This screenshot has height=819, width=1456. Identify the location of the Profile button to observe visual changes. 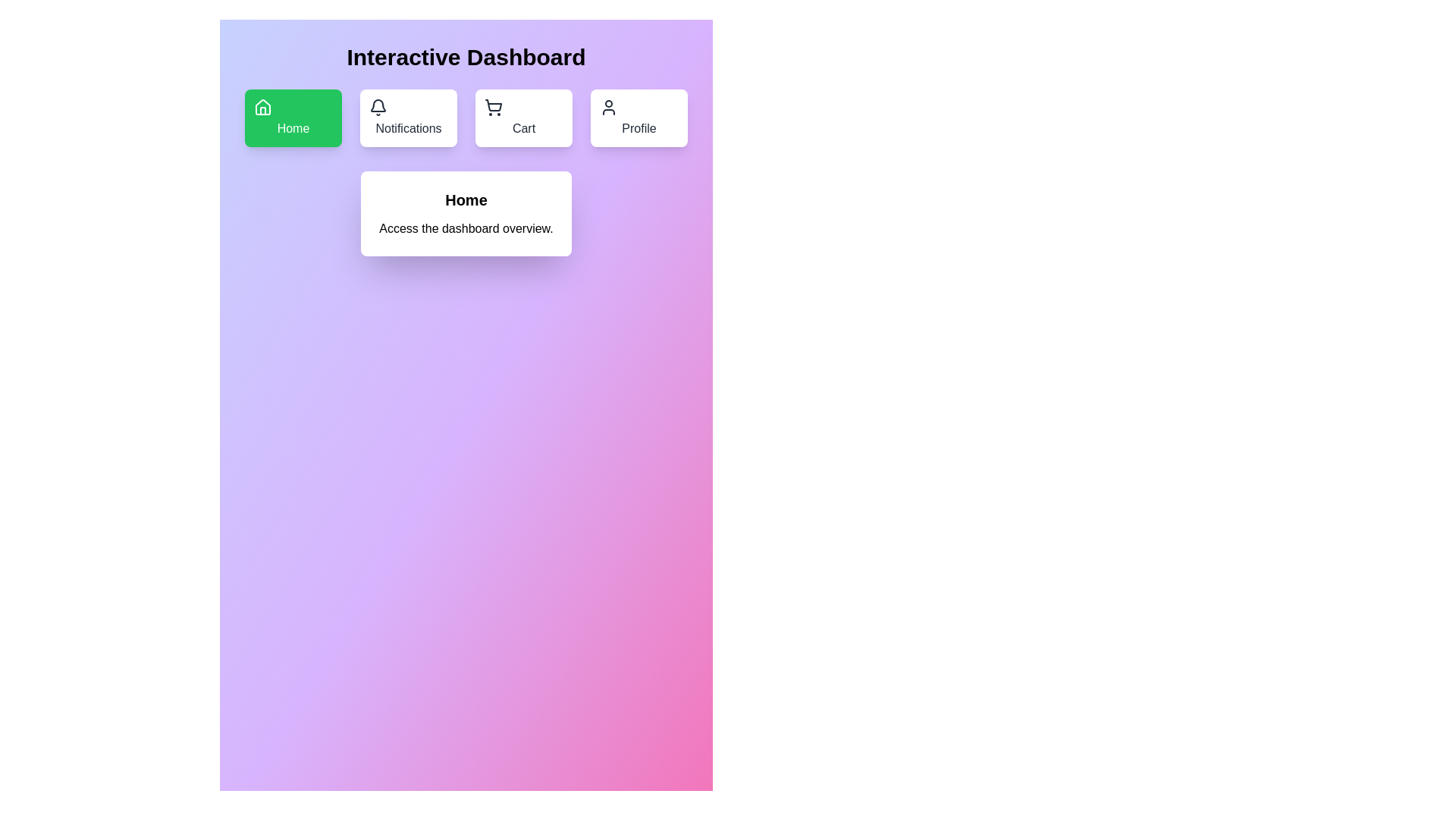
(639, 117).